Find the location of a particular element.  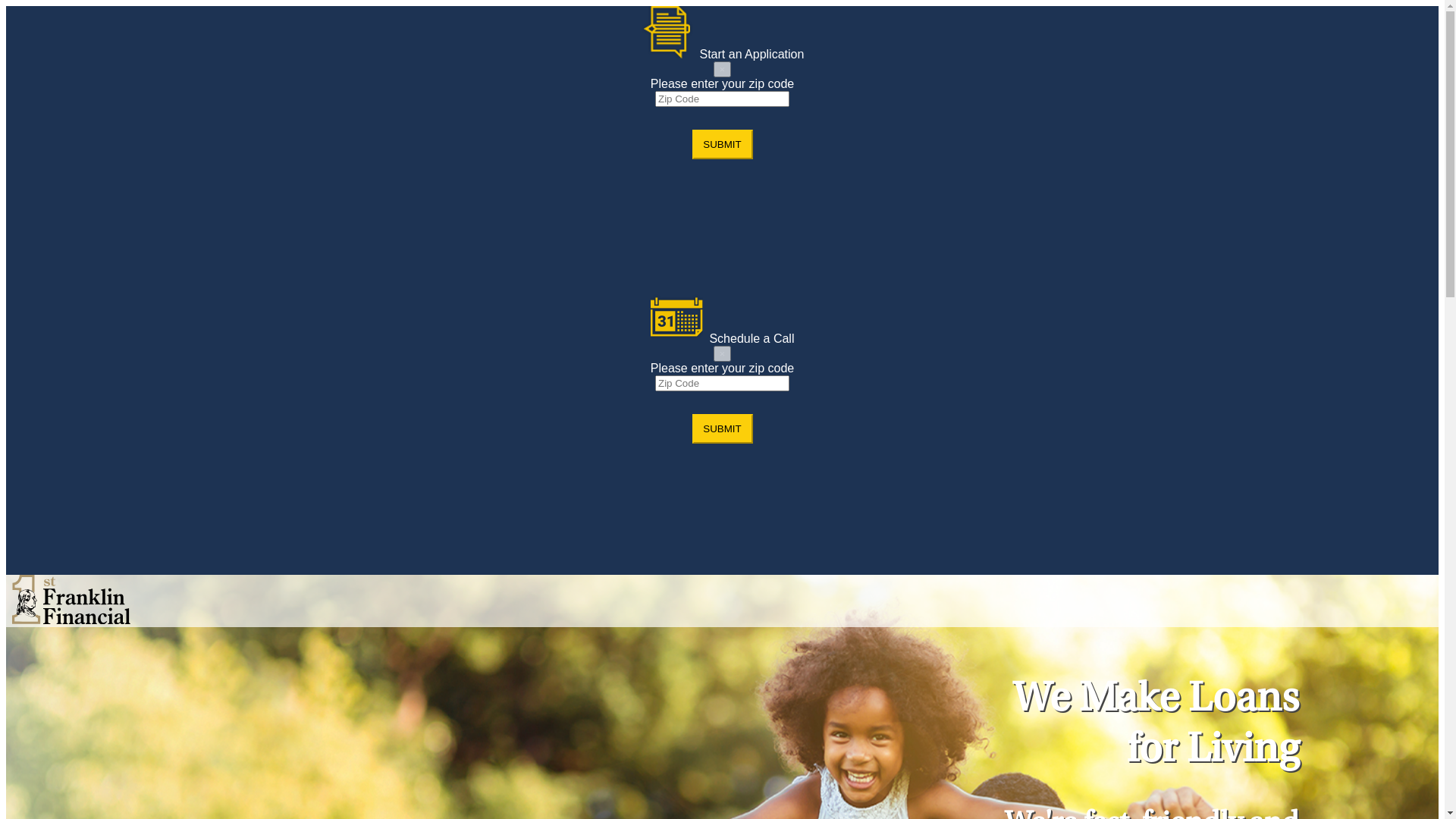

'SUBMIT' is located at coordinates (720, 428).